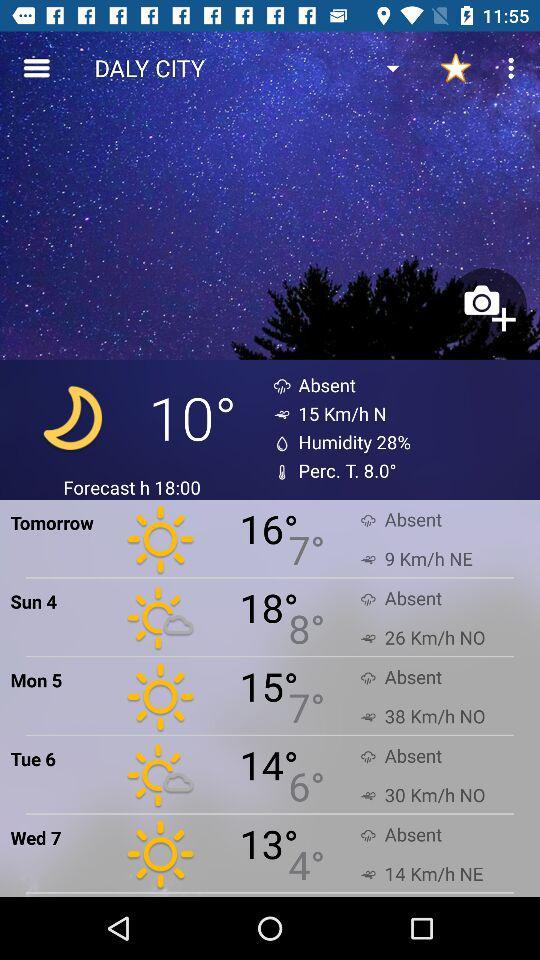 This screenshot has width=540, height=960. I want to click on a picture, so click(486, 307).